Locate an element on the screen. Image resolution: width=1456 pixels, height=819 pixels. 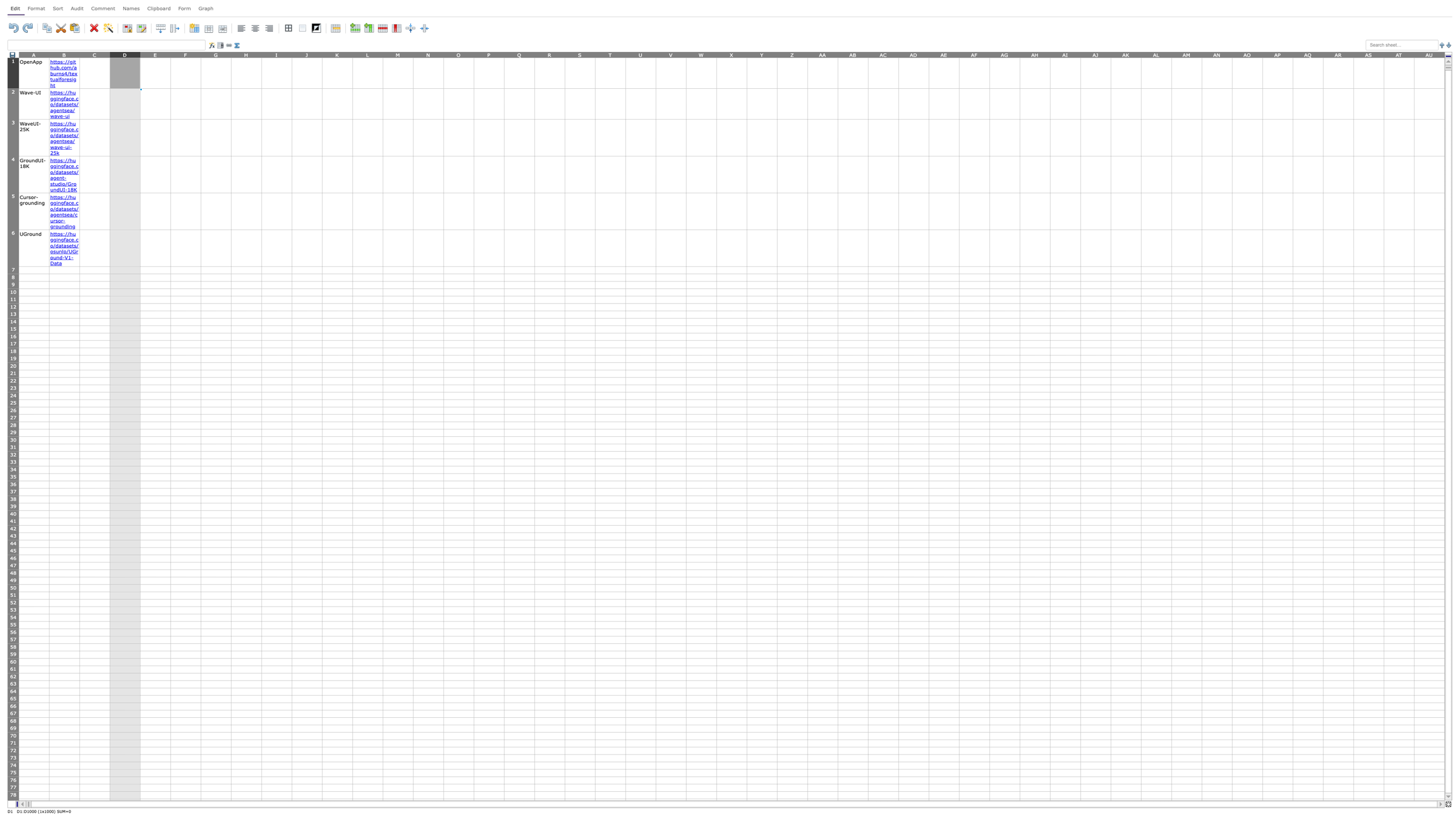
Activate entire column E is located at coordinates (155, 54).